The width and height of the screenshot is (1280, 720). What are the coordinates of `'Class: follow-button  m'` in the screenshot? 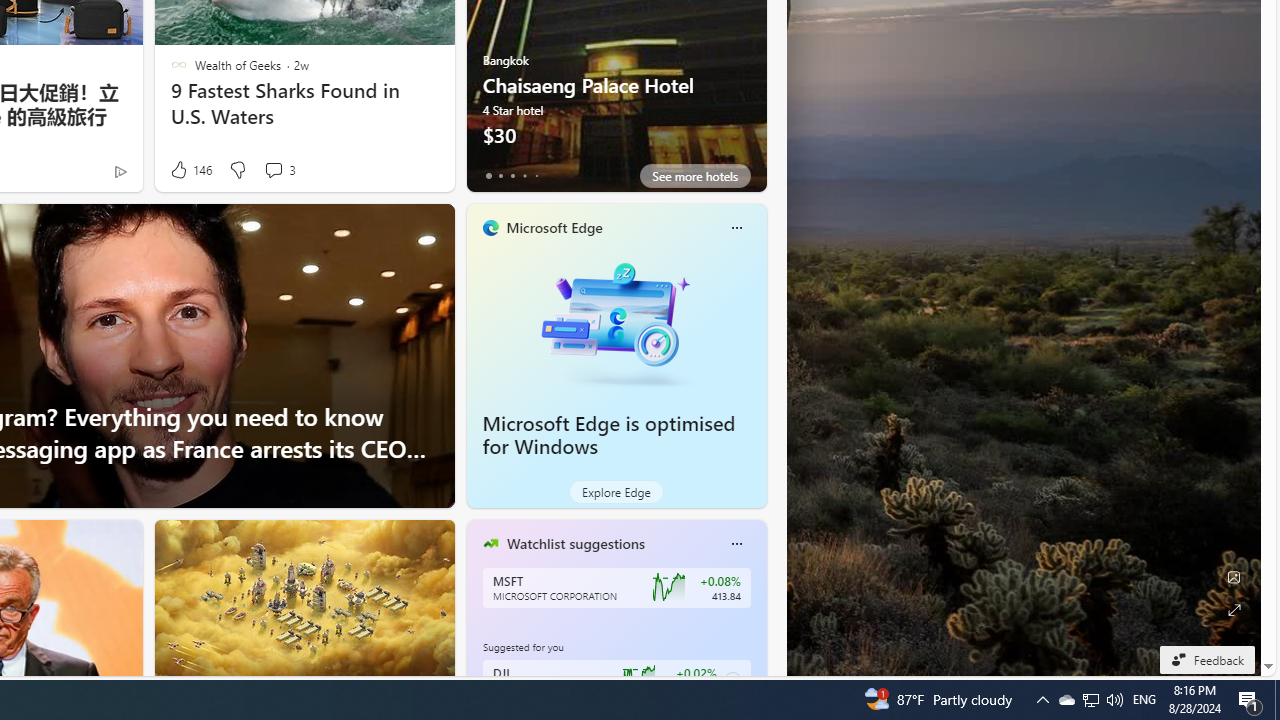 It's located at (731, 679).